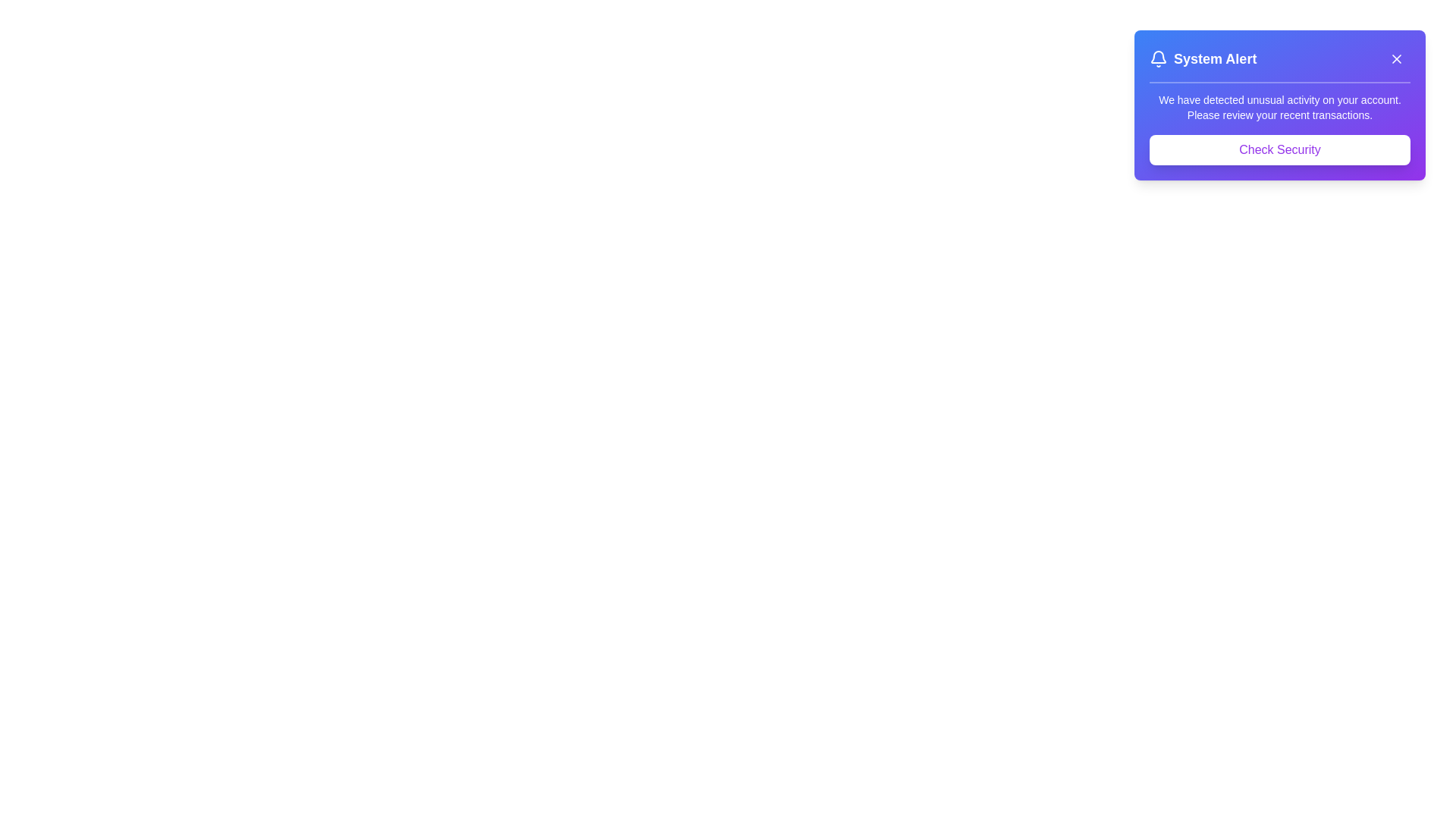 The image size is (1456, 819). What do you see at coordinates (1150, 93) in the screenshot?
I see `the text in the alert banner for copying` at bounding box center [1150, 93].